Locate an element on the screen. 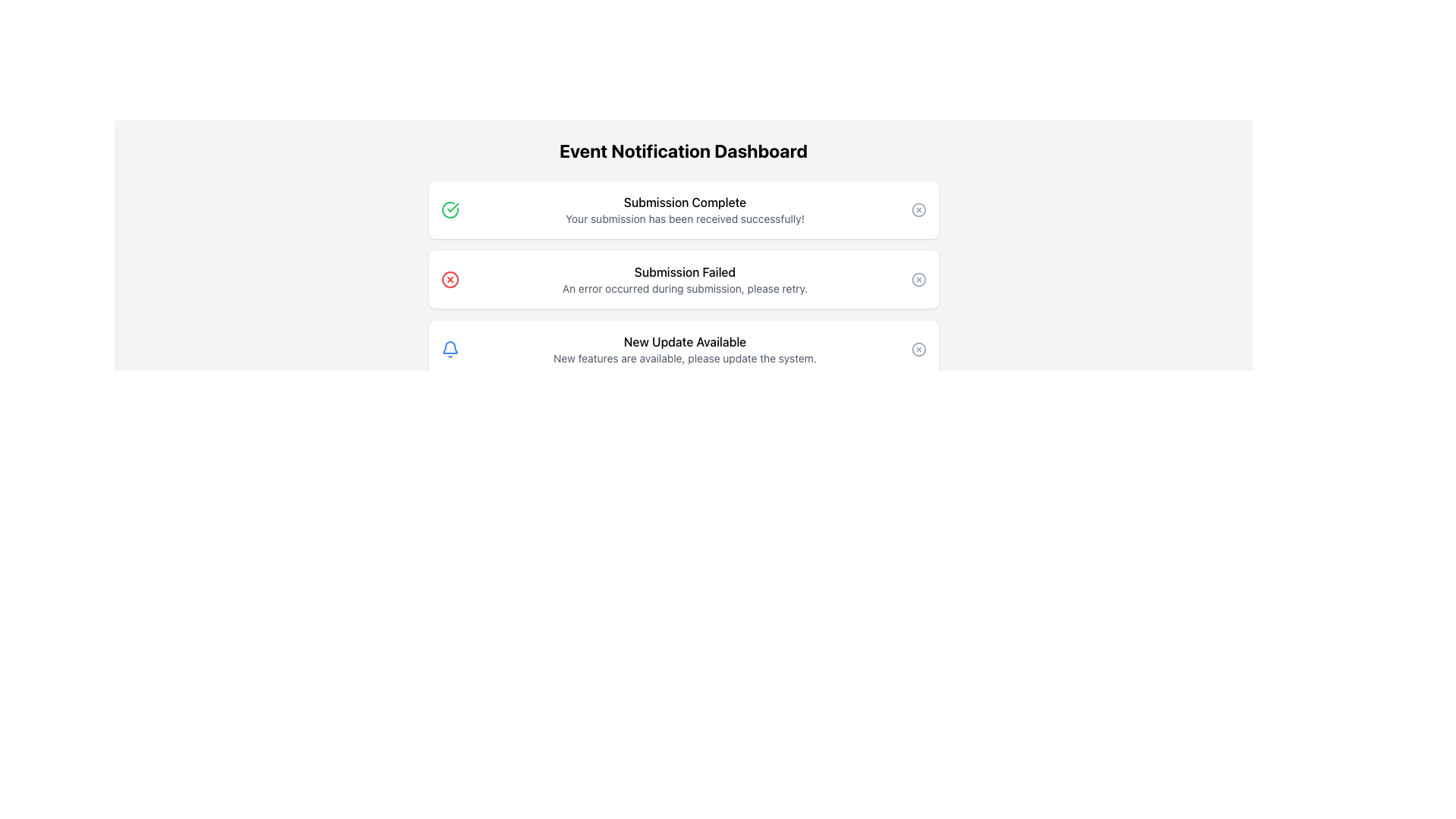 The width and height of the screenshot is (1456, 819). the red error icon located in the left section of the notification panel, which indicates 'Submission Failed' is located at coordinates (449, 280).